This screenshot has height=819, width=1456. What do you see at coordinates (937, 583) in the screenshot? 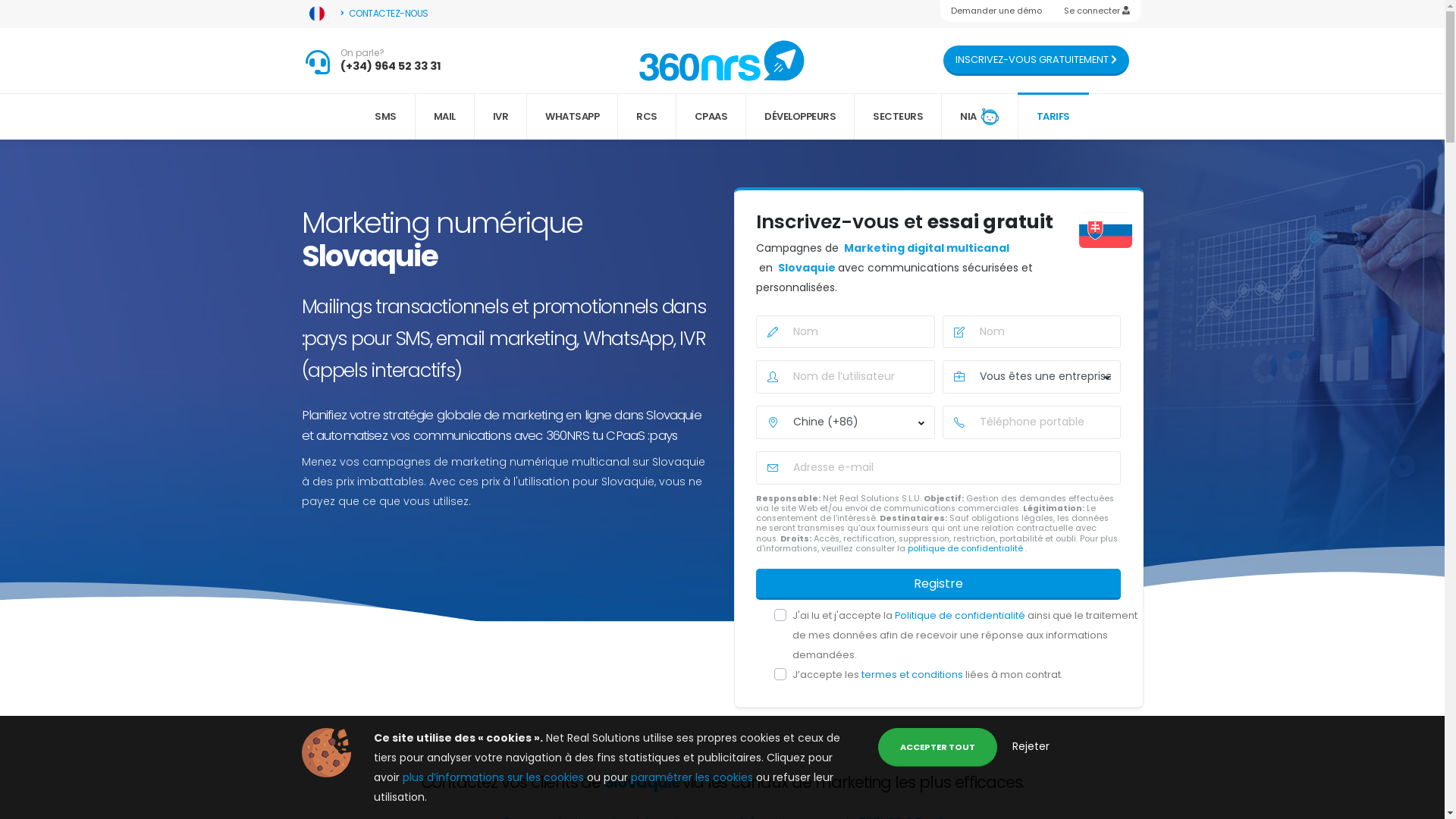
I see `'Registre'` at bounding box center [937, 583].